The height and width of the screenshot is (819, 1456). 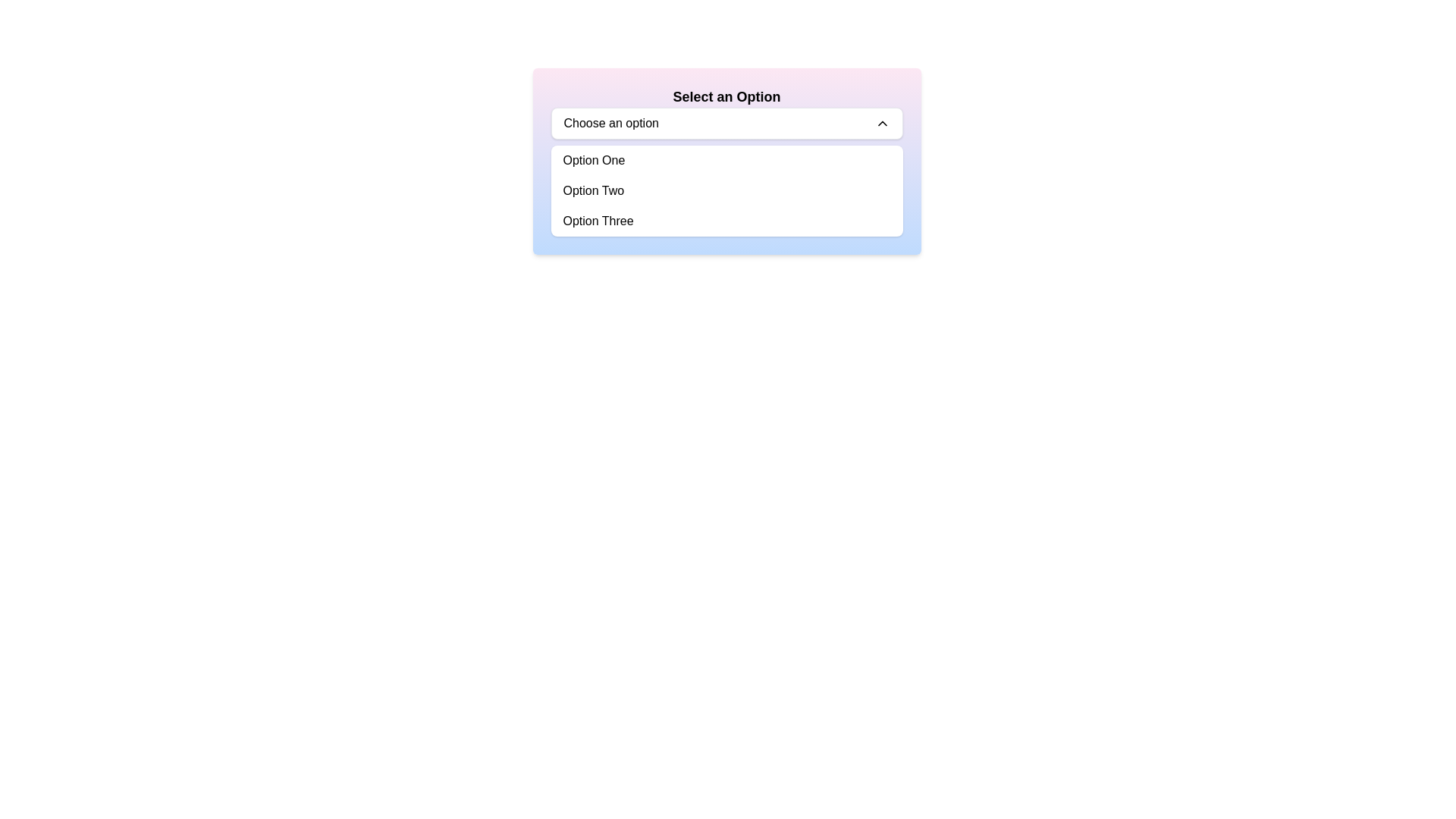 I want to click on the 'Option Two' dropdown menu option, so click(x=726, y=190).